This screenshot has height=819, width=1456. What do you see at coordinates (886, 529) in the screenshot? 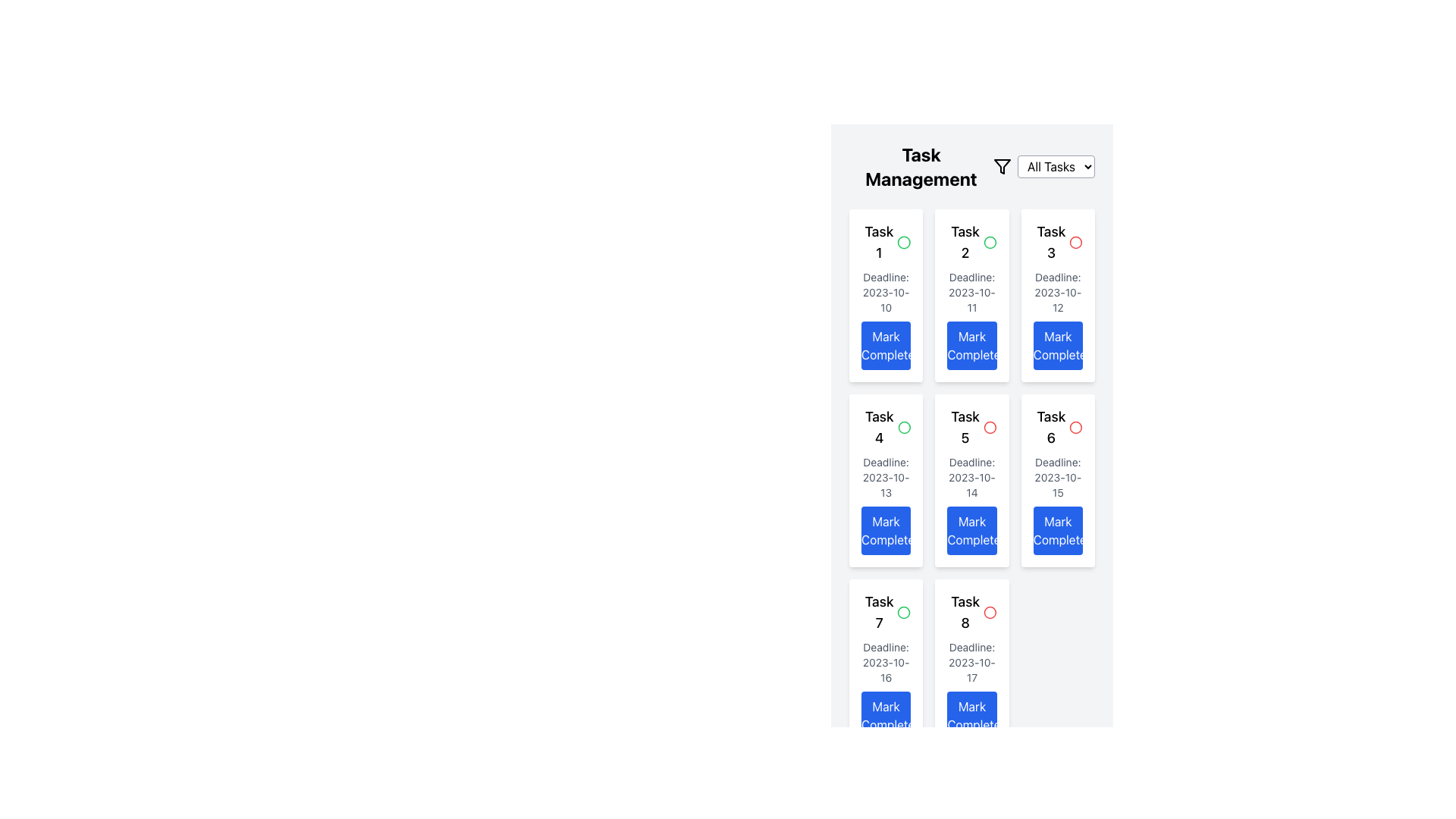
I see `the bright blue 'Mark Completed' button located at the bottom center of the 'Task 4' card to mark the task as completed` at bounding box center [886, 529].